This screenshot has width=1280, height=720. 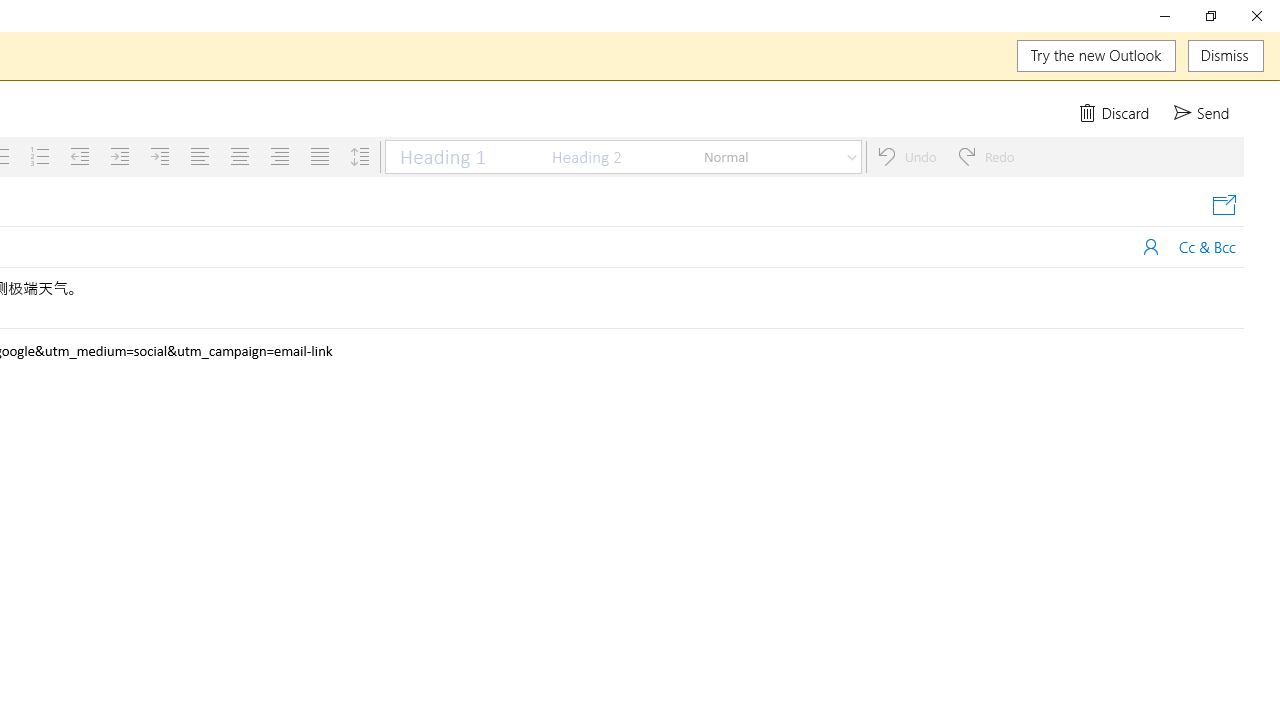 What do you see at coordinates (612, 155) in the screenshot?
I see `'Heading 2'` at bounding box center [612, 155].